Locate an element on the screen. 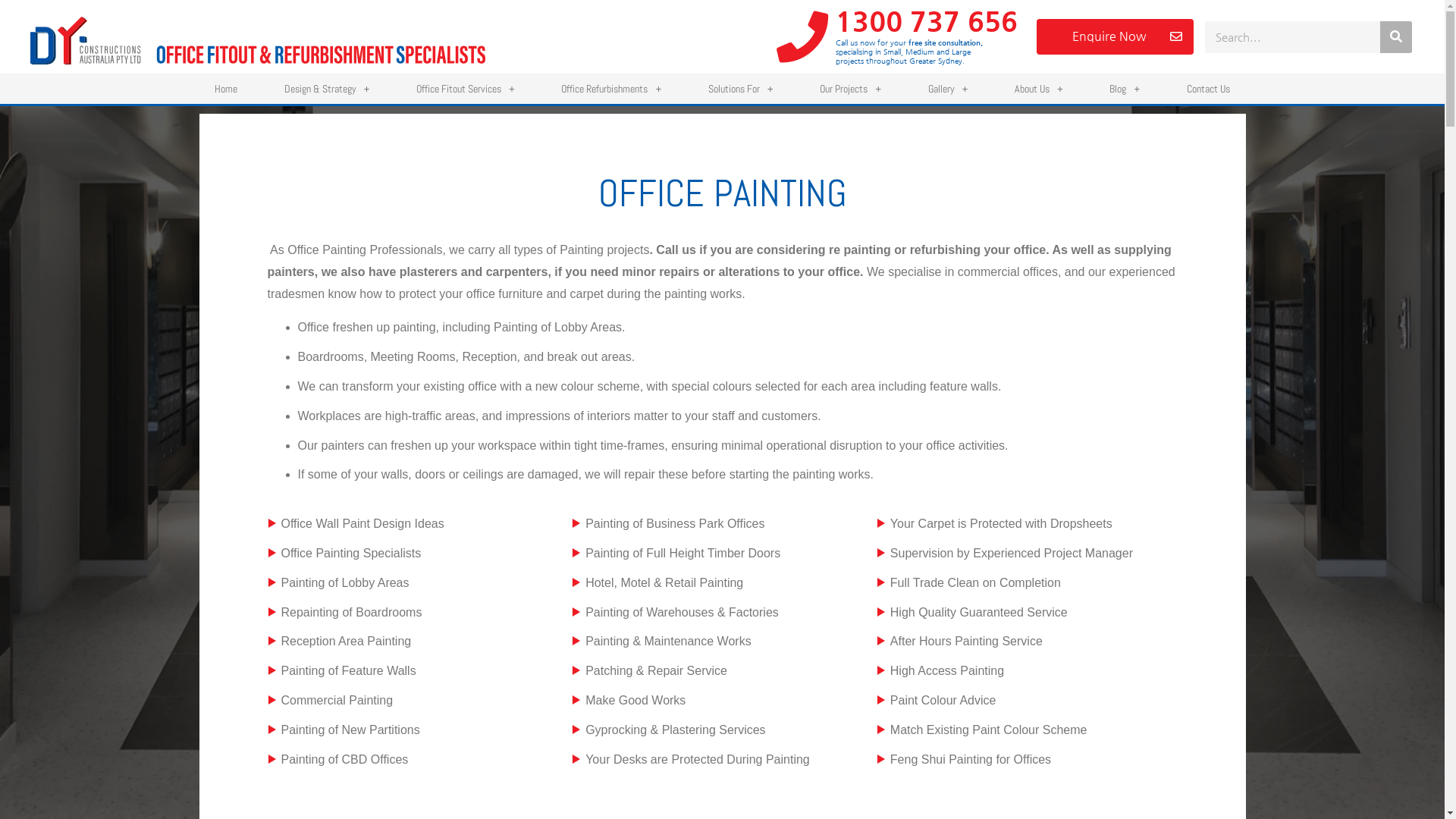 The width and height of the screenshot is (1456, 819). 'Office Fitout Services' is located at coordinates (464, 88).